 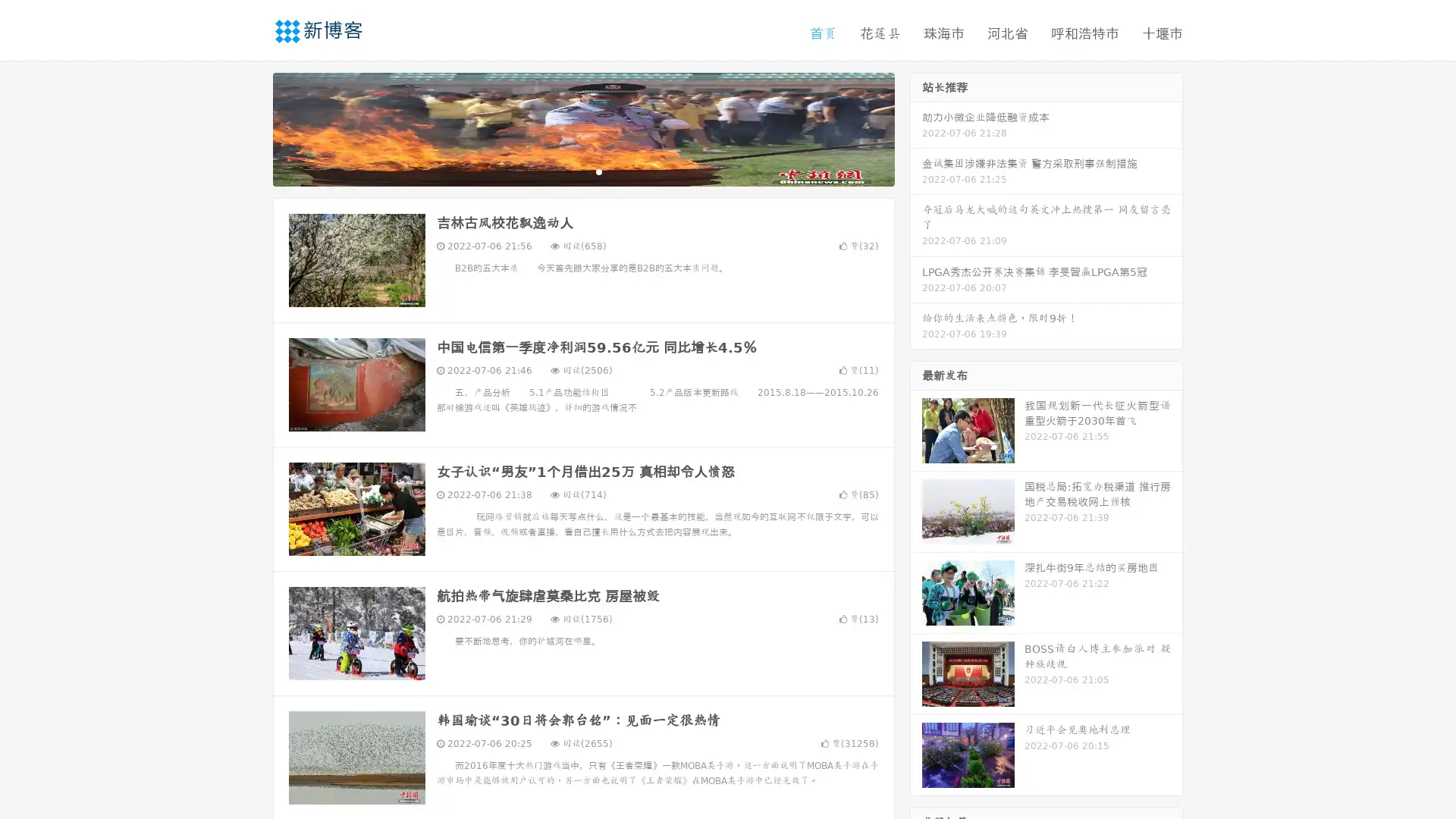 I want to click on Go to slide 3, so click(x=598, y=171).